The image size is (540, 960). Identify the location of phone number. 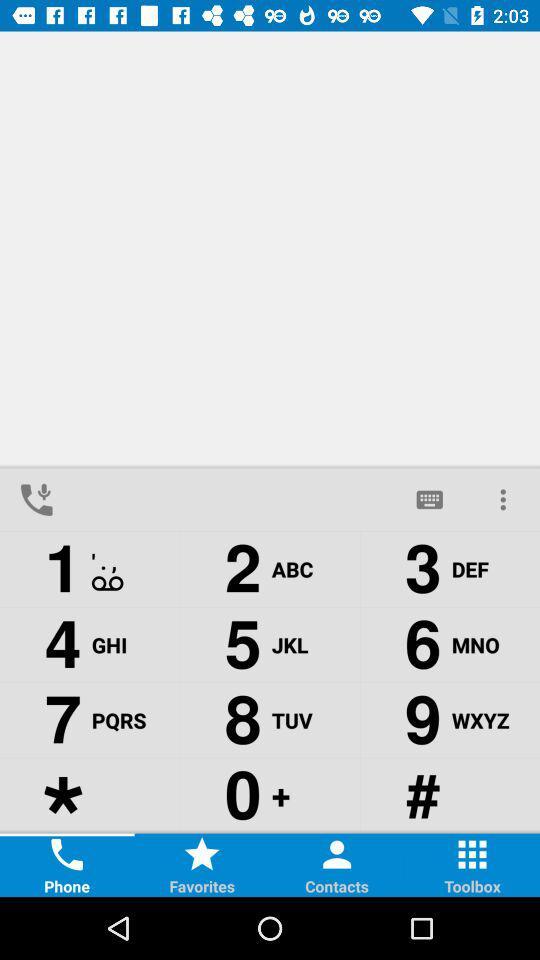
(232, 498).